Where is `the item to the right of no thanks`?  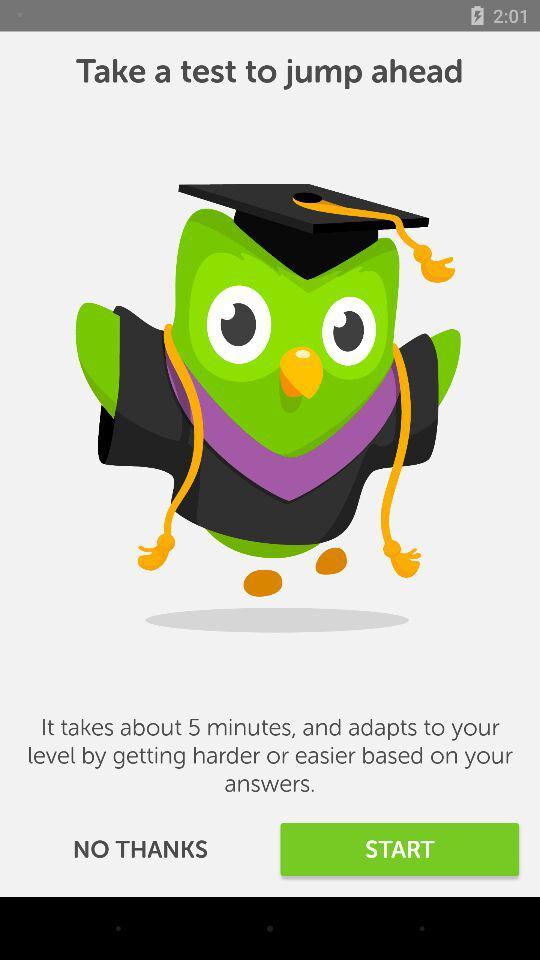 the item to the right of no thanks is located at coordinates (399, 848).